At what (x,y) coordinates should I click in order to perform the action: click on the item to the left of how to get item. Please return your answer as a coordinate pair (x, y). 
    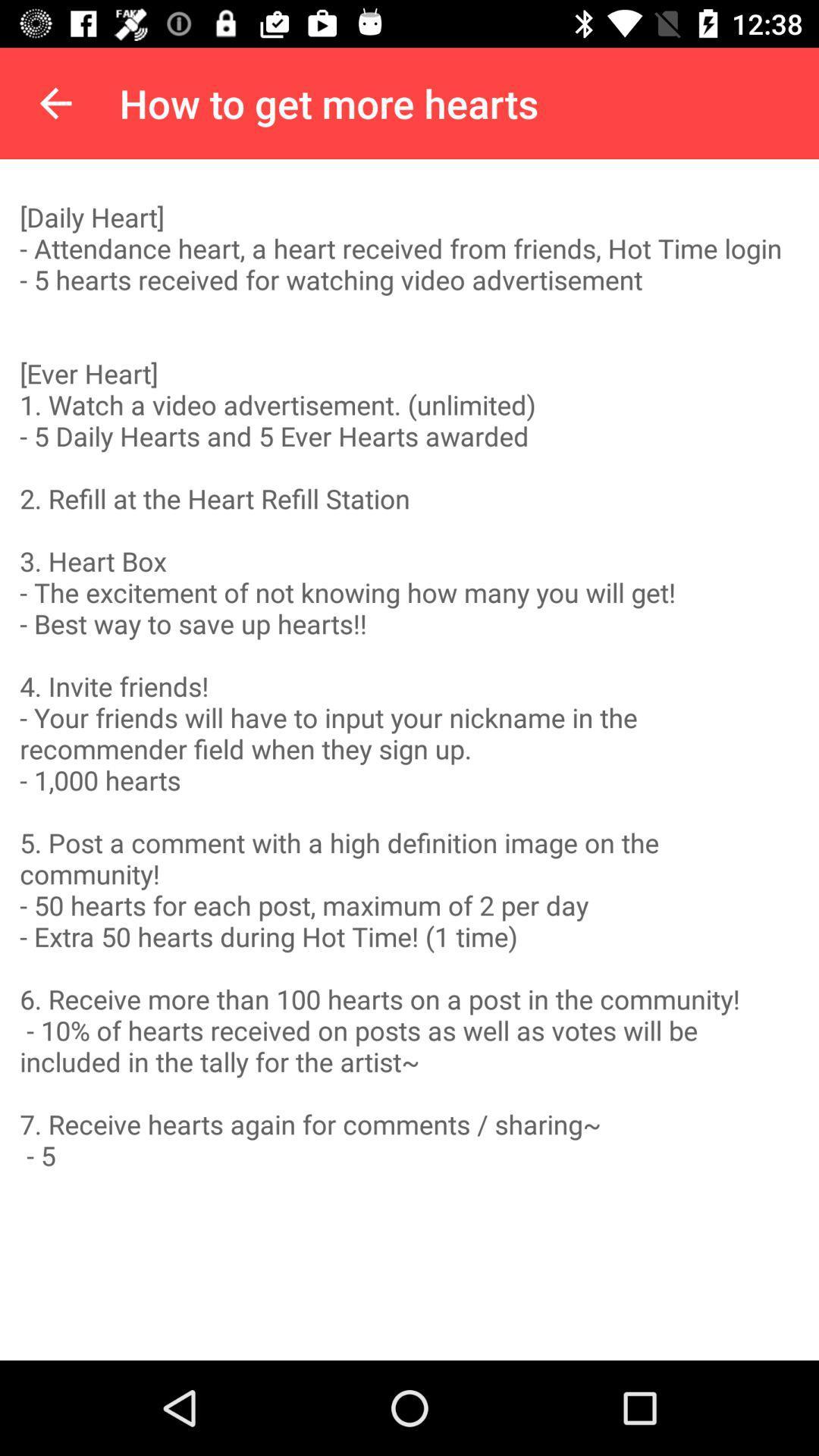
    Looking at the image, I should click on (55, 102).